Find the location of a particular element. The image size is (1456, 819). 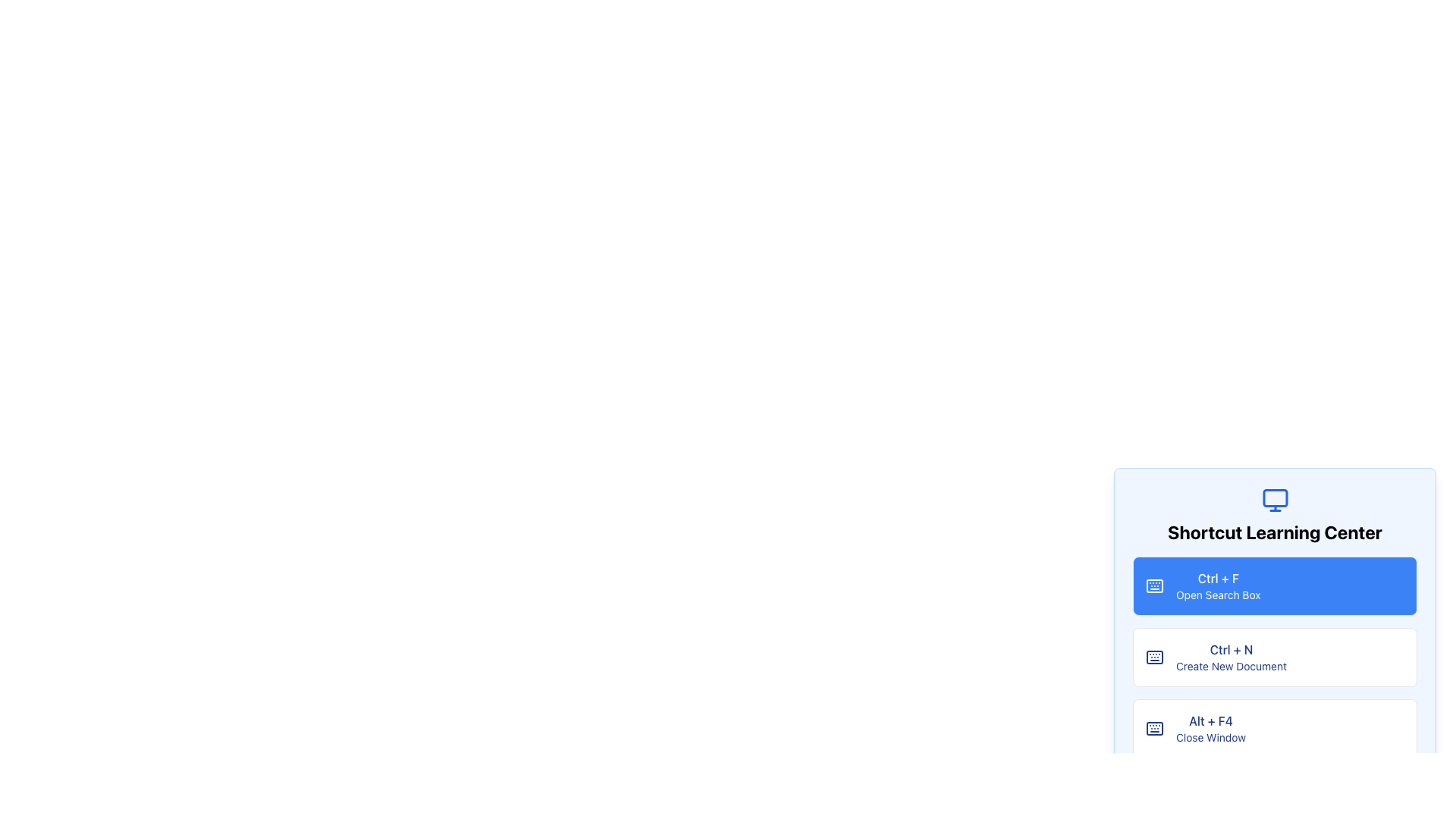

the text information block that explains the 'Alt + F4' keyboard shortcut is located at coordinates (1210, 727).